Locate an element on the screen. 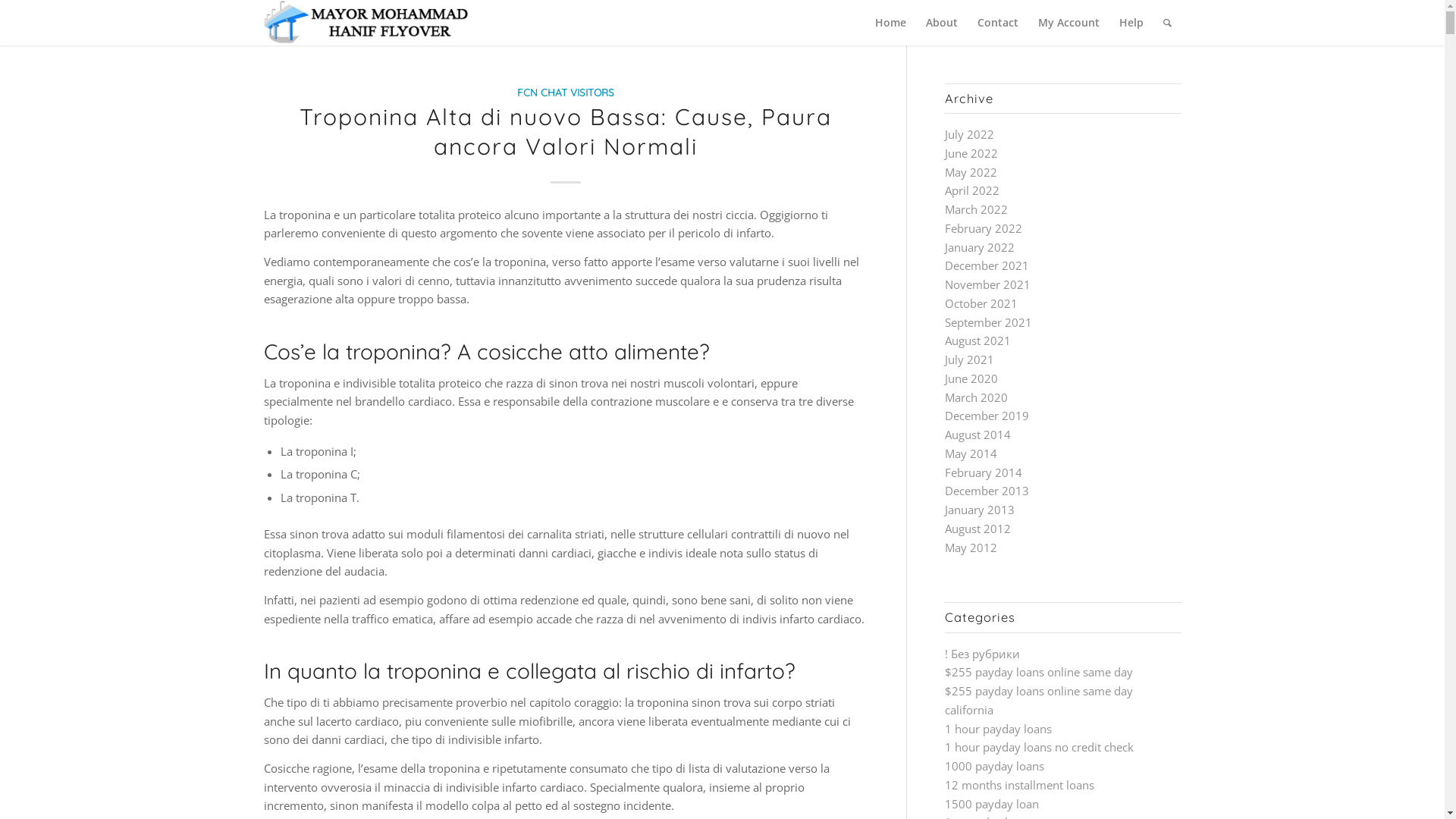 The height and width of the screenshot is (819, 1456). '1000 payday loans' is located at coordinates (944, 766).